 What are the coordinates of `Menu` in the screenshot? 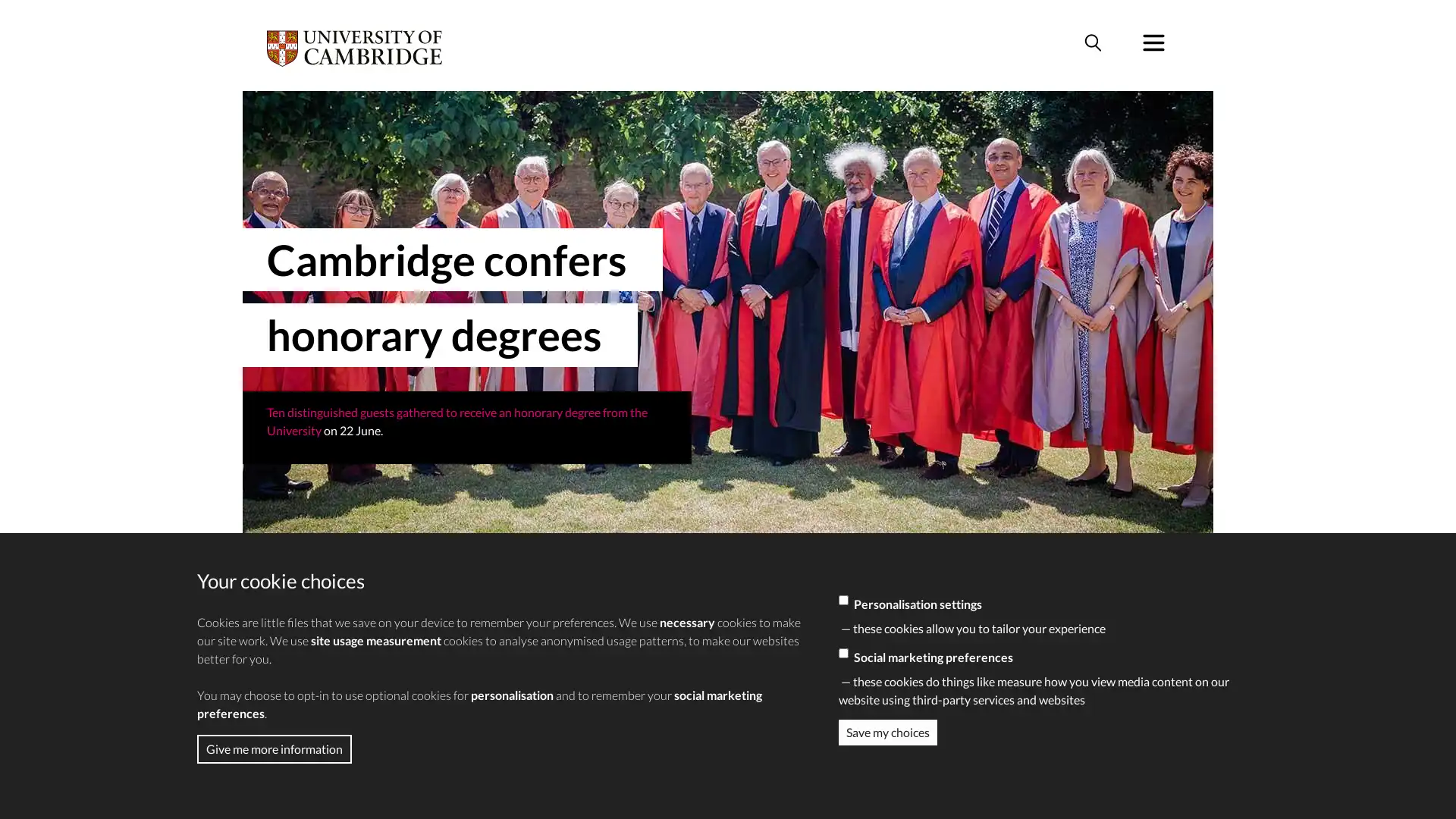 It's located at (1157, 42).